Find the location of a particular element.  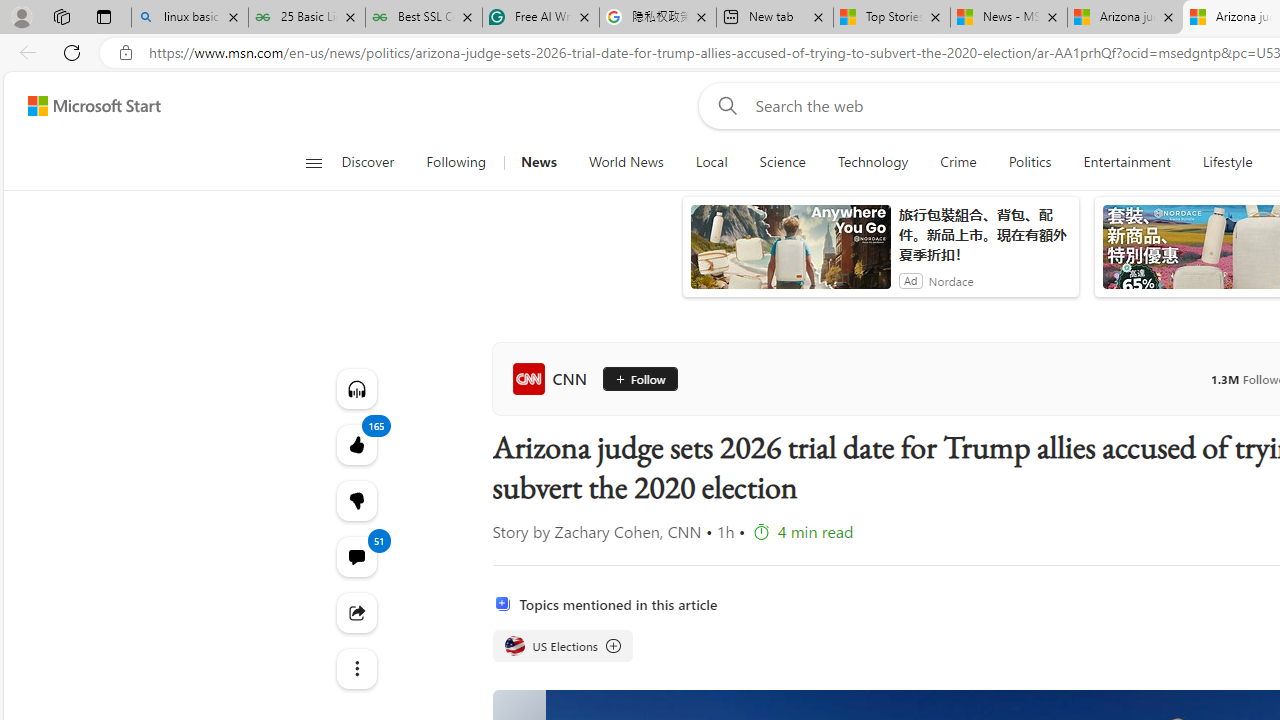

'anim-content' is located at coordinates (789, 254).